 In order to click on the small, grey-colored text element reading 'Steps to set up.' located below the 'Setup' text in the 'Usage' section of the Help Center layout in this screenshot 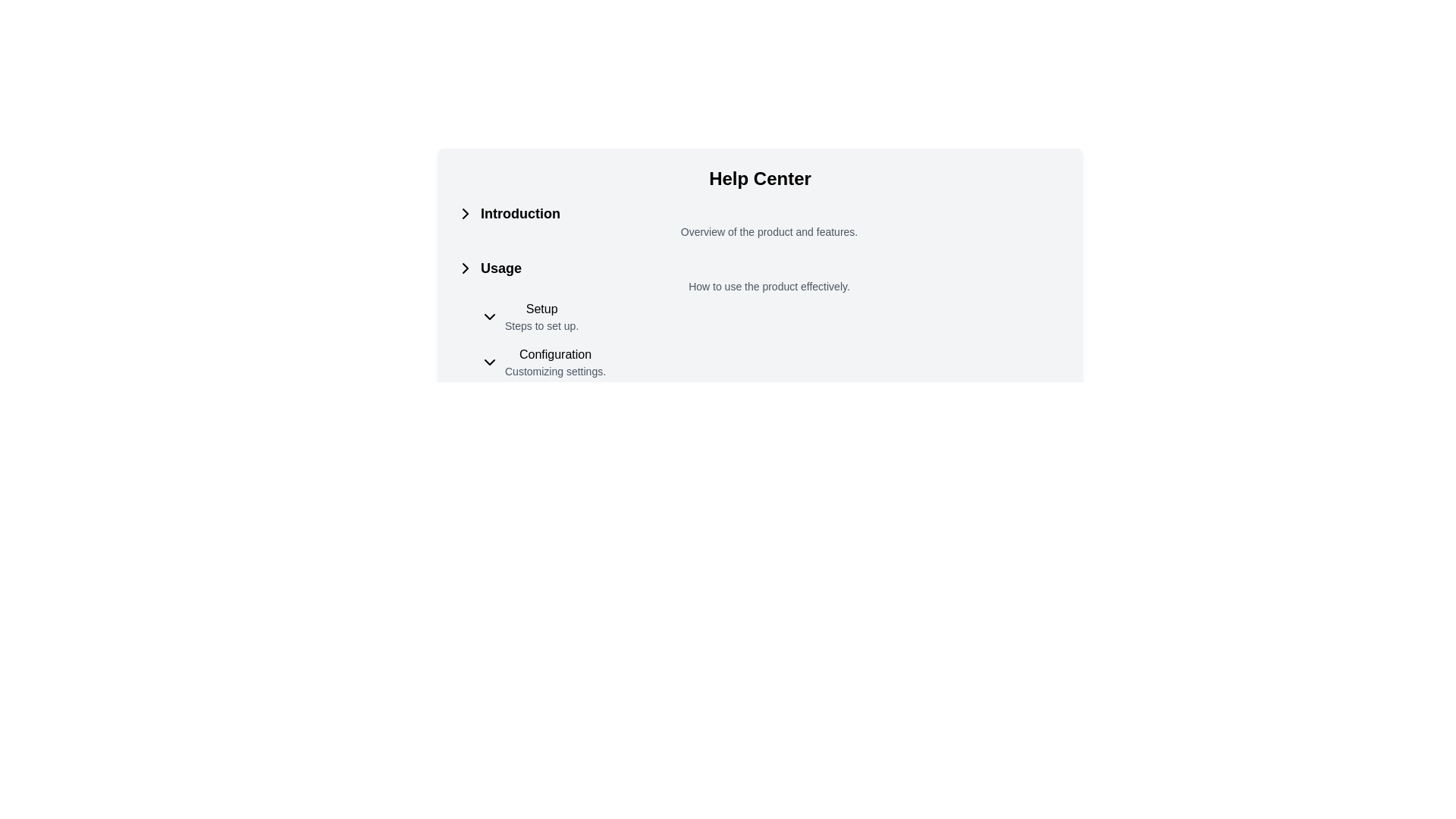, I will do `click(541, 325)`.